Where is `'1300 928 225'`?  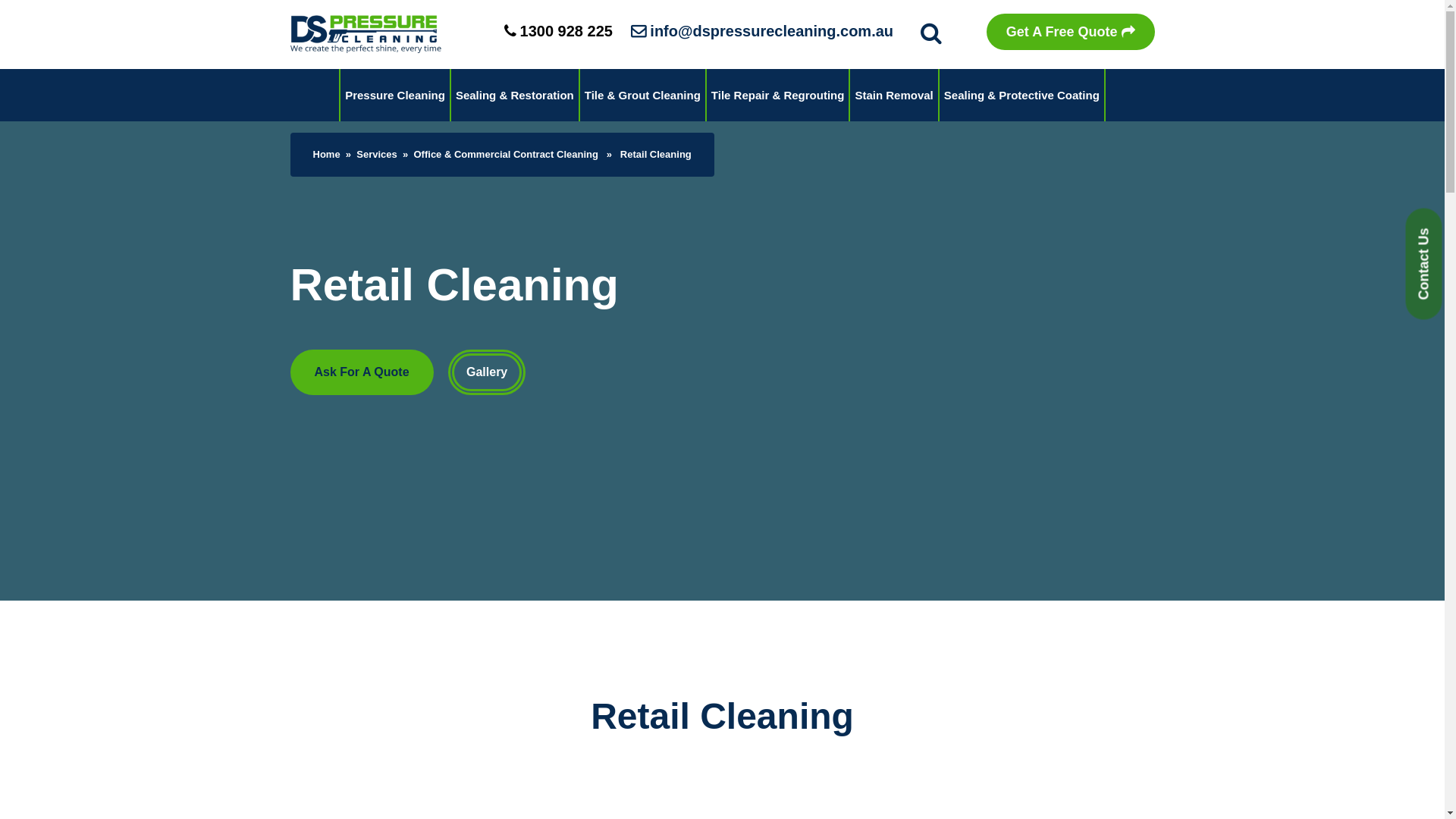 '1300 928 225' is located at coordinates (557, 31).